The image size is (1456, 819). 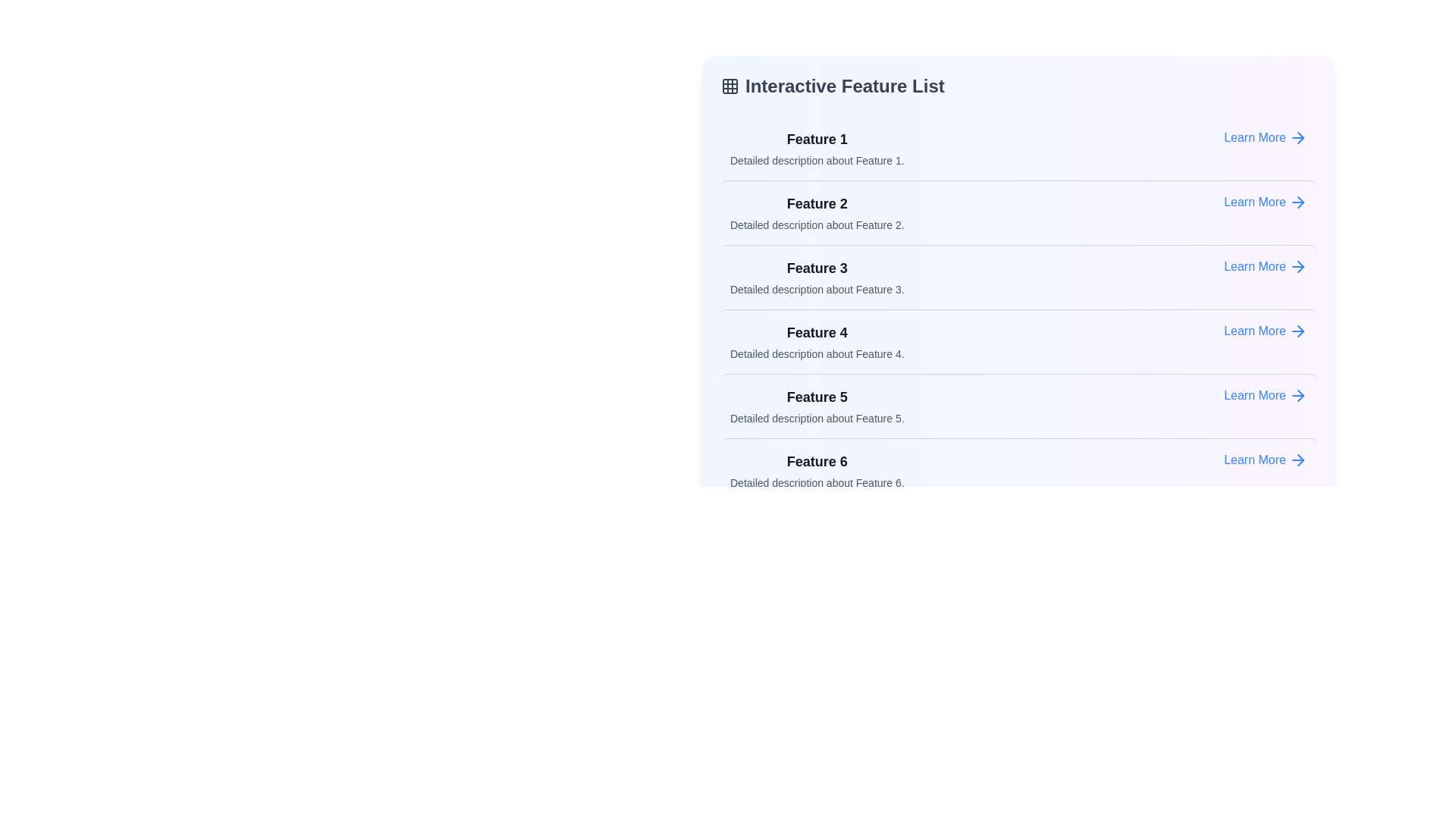 I want to click on the 'Learn More' button for feature 4, so click(x=1266, y=330).